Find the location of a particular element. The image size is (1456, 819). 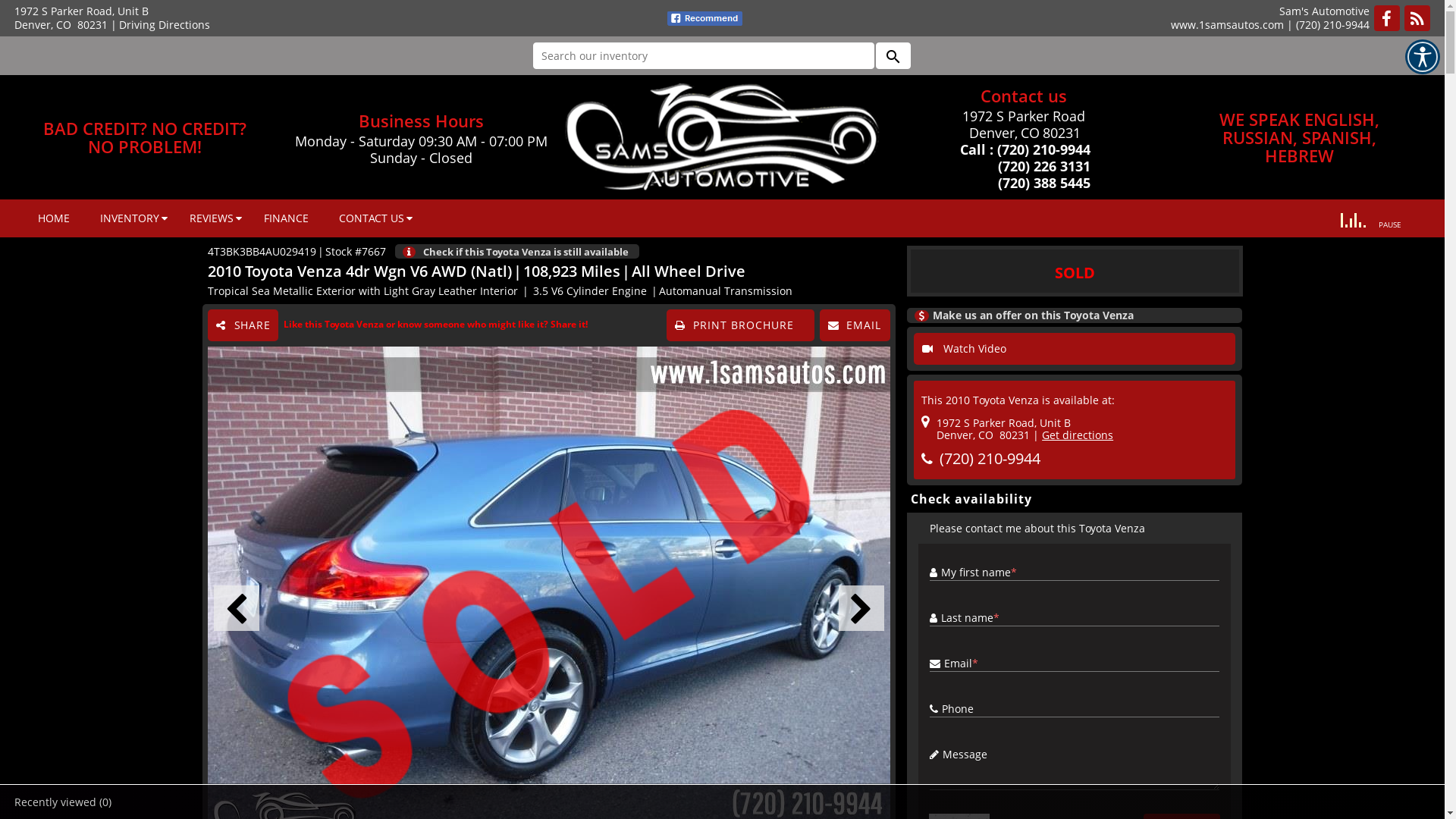

'(720) 210-9944' is located at coordinates (990, 457).